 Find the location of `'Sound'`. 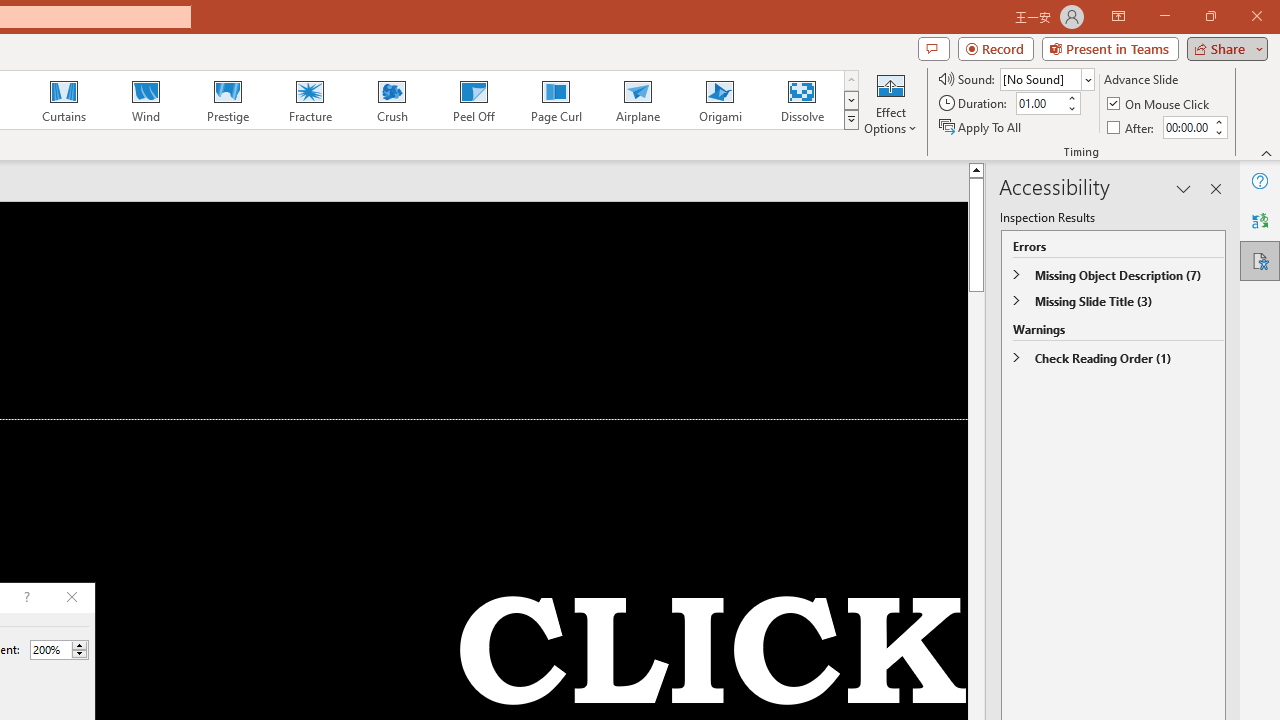

'Sound' is located at coordinates (1046, 78).